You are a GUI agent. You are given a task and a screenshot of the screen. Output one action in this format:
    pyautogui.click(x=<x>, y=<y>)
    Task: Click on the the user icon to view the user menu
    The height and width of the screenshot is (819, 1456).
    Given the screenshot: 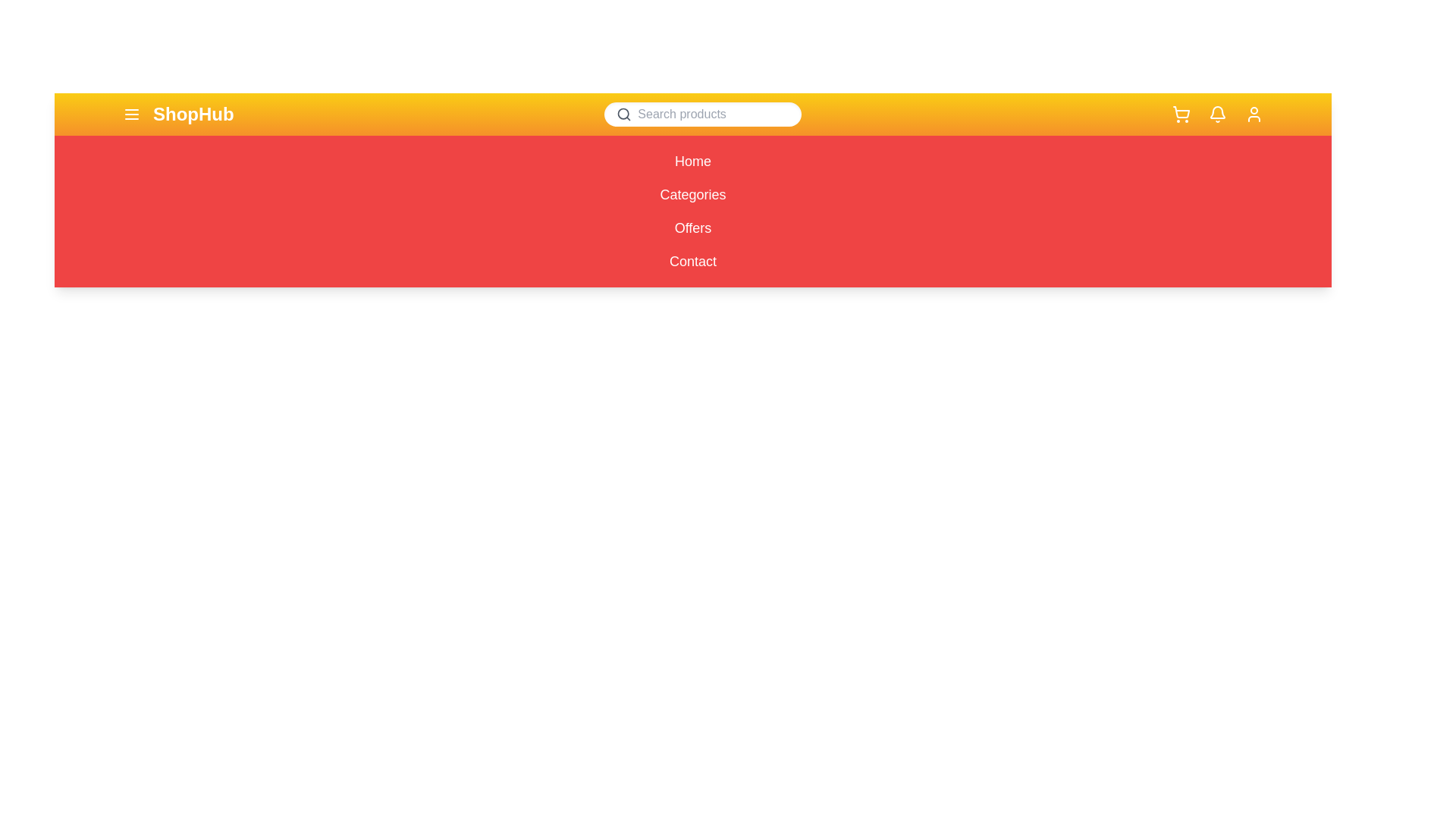 What is the action you would take?
    pyautogui.click(x=1254, y=113)
    